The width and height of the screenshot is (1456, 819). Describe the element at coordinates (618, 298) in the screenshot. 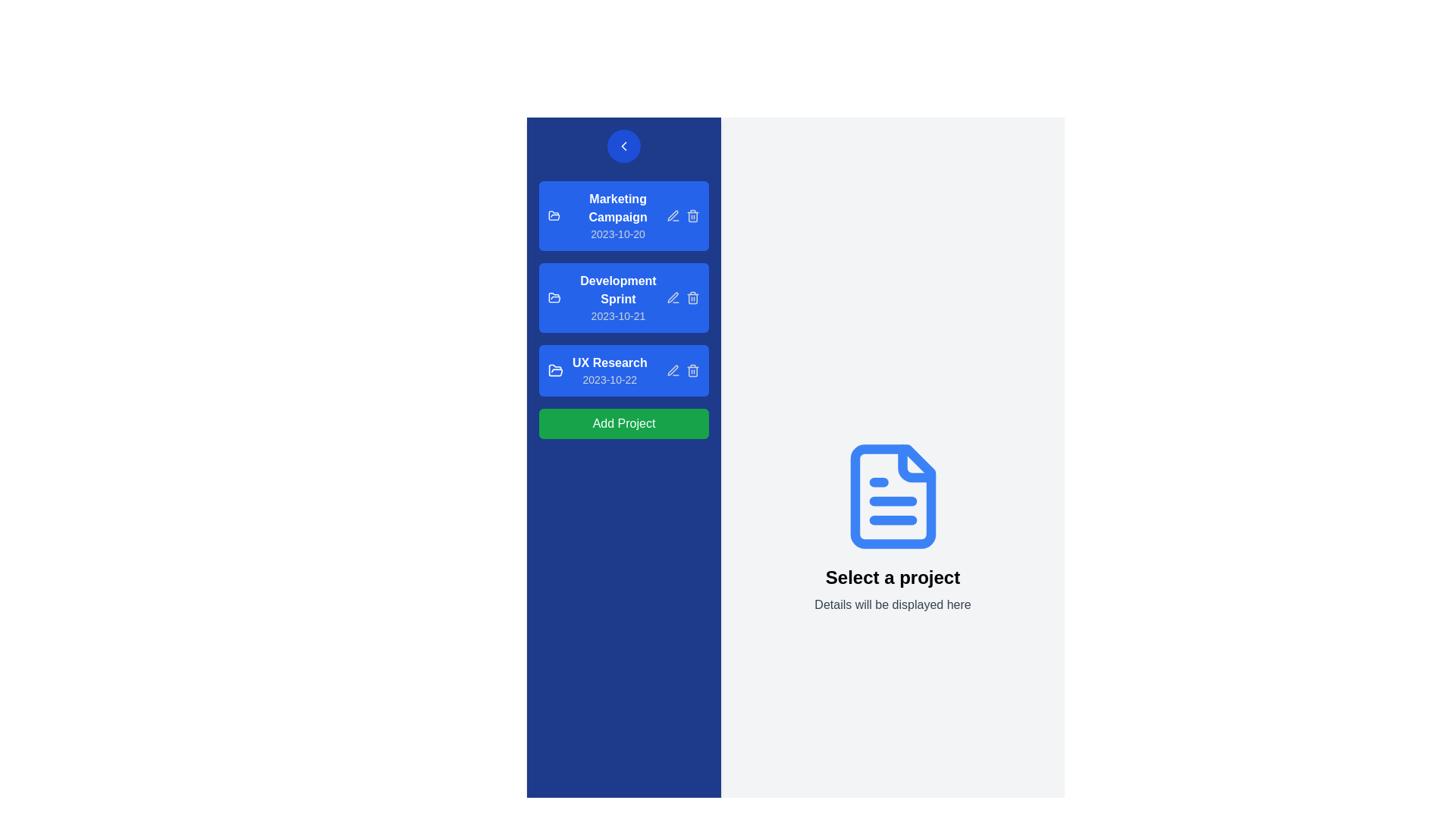

I see `the label representing the project named 'Development Sprint', which is positioned as the second entry in the vertical list of project tiles in the left-hand sidebar` at that location.